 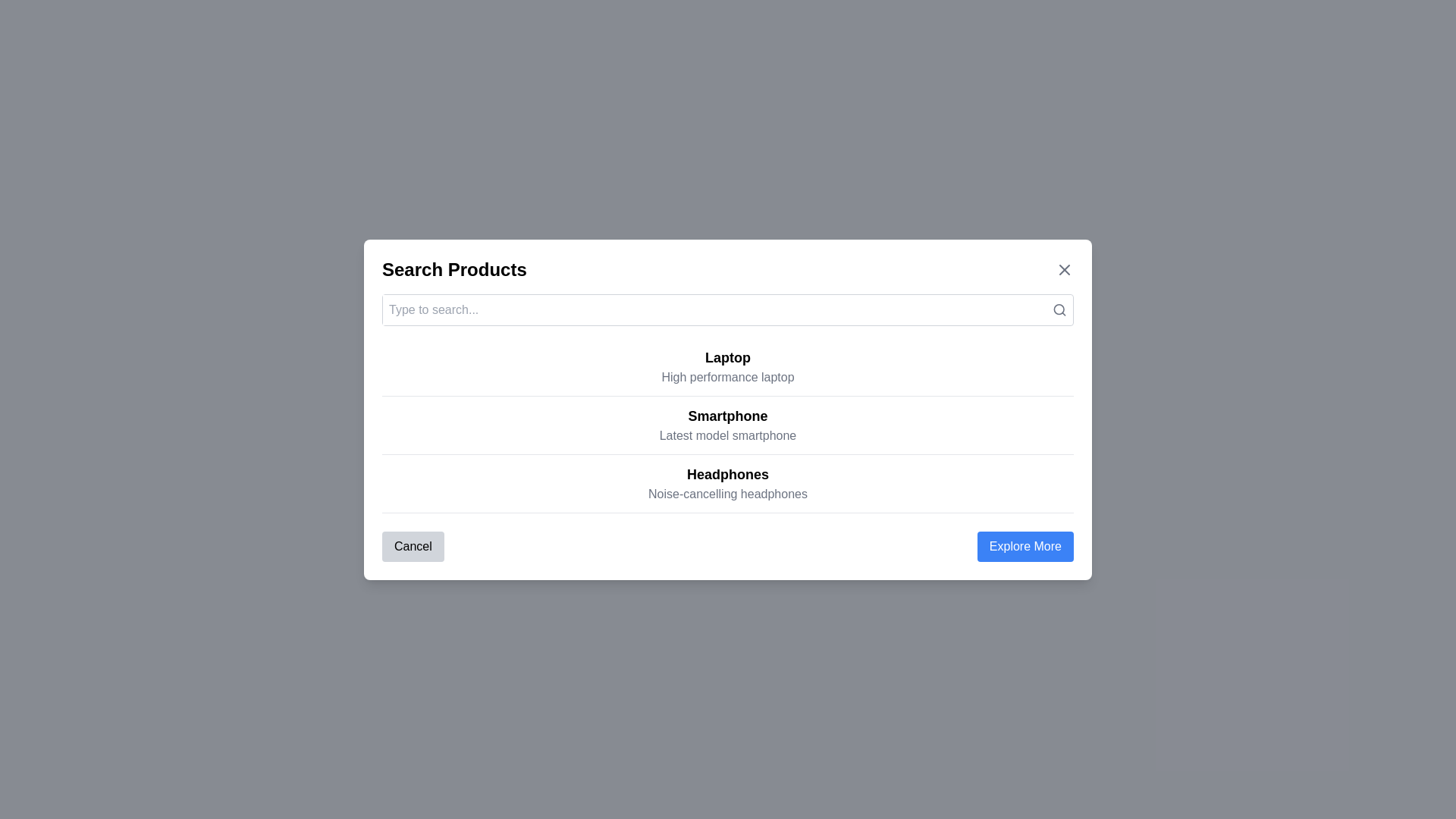 I want to click on the 'Laptop' text element, which is the first entry in a list of three, featuring bold and larger text with the description 'High performance laptop' below it, indicating it may have interactive options, so click(x=728, y=366).